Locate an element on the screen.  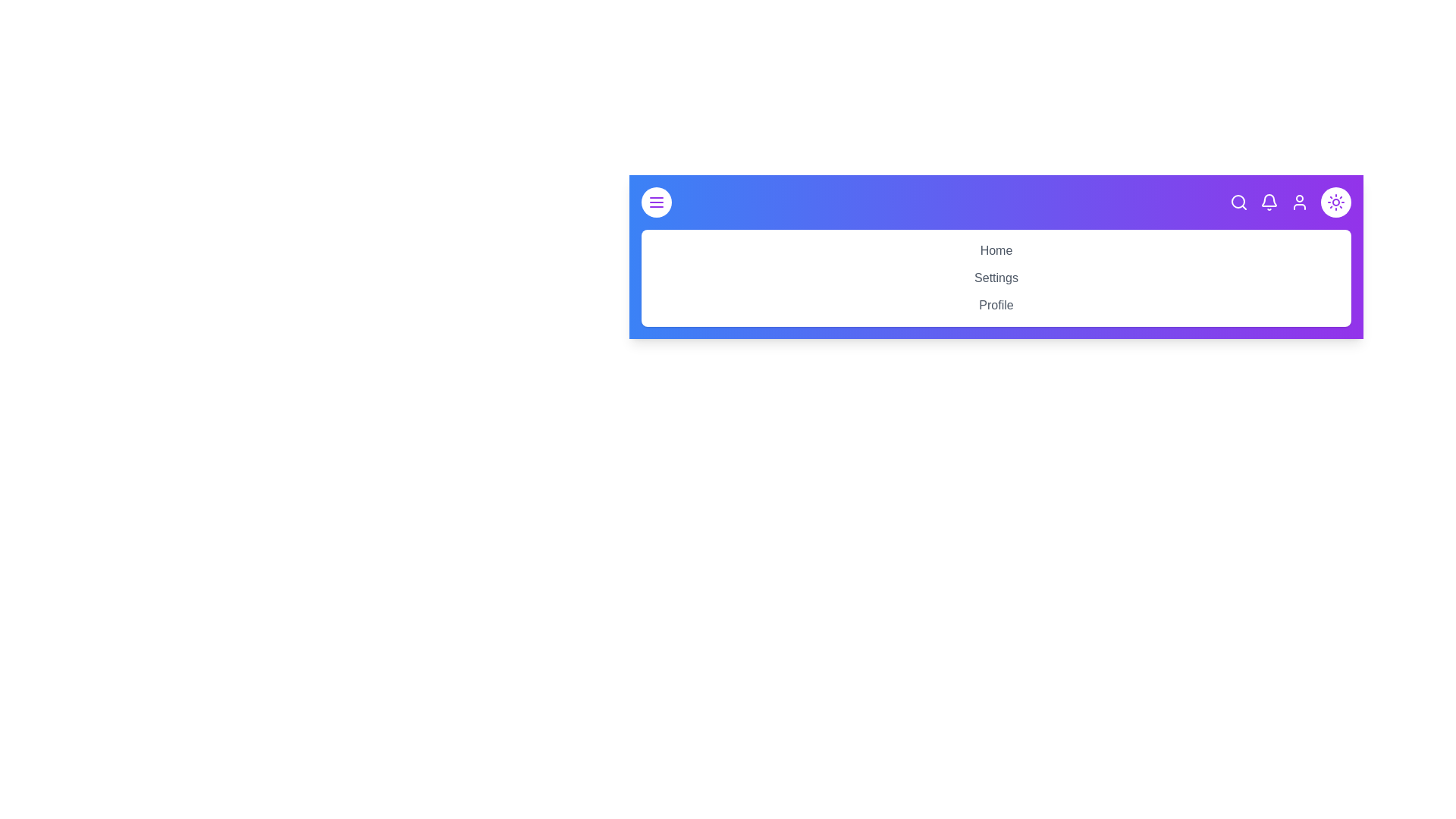
the notification button to view notifications is located at coordinates (1269, 201).